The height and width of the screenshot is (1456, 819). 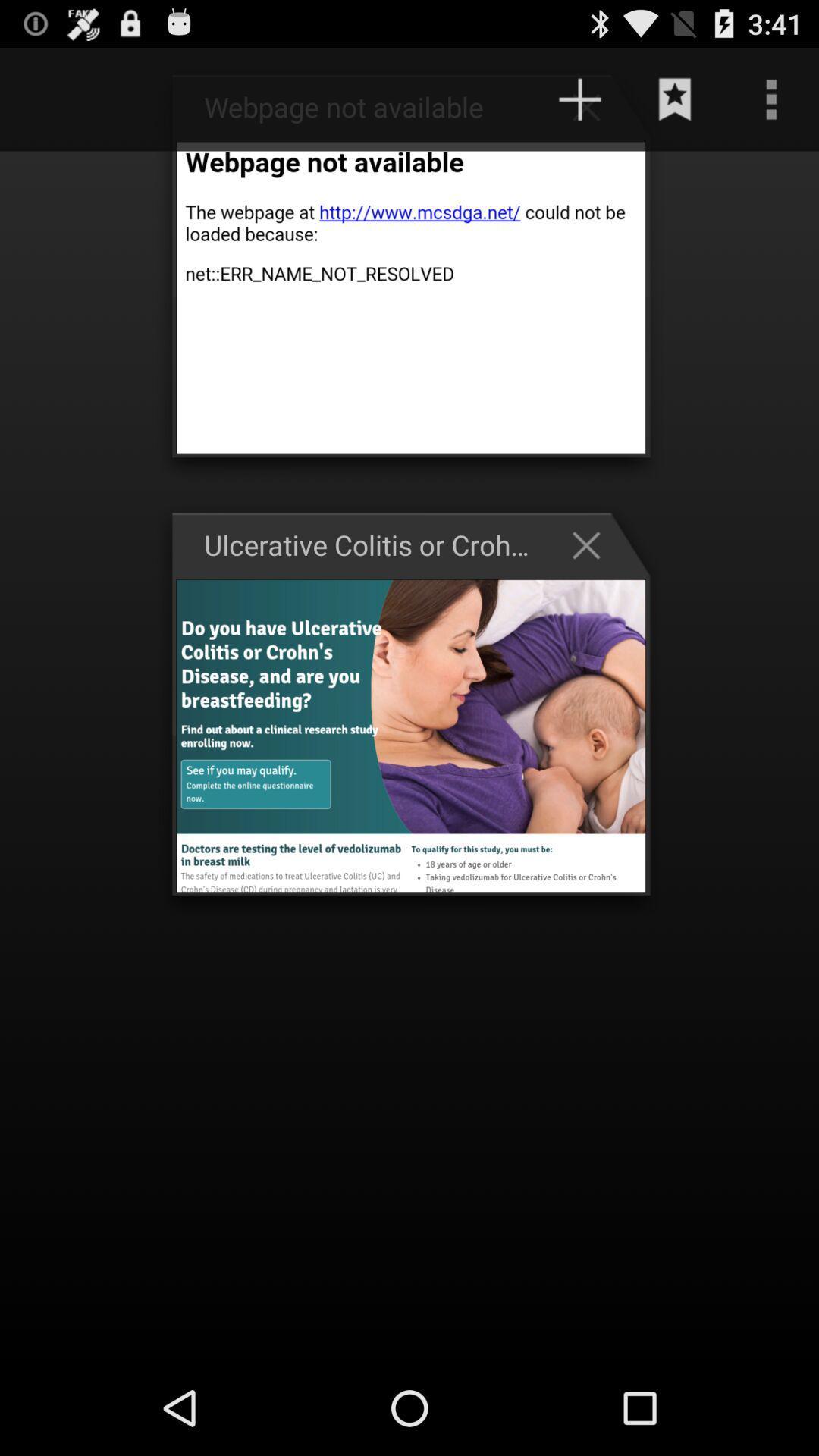 I want to click on the plus icon, so click(x=593, y=105).